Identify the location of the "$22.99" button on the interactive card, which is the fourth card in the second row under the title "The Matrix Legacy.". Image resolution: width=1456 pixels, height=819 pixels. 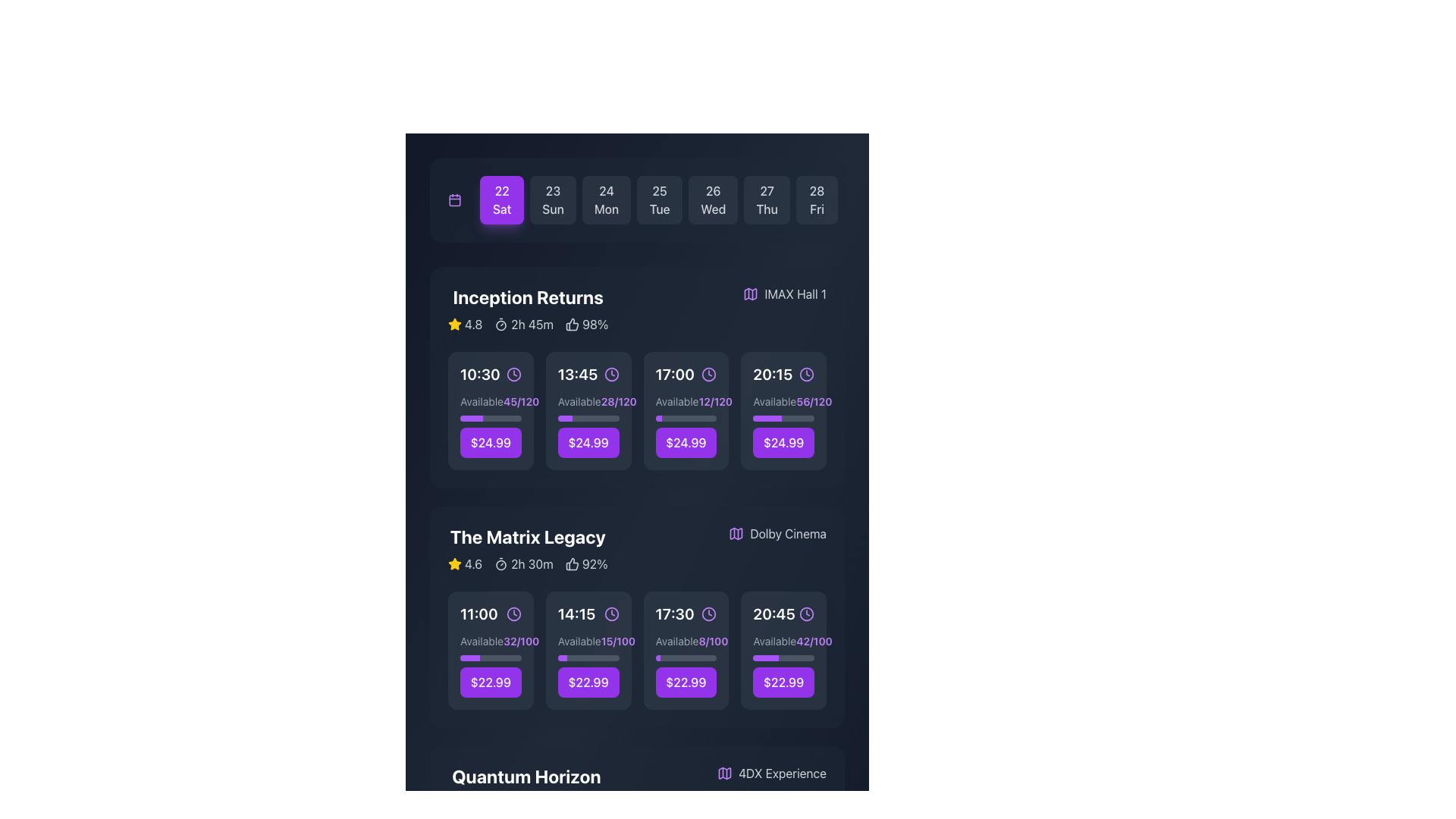
(783, 649).